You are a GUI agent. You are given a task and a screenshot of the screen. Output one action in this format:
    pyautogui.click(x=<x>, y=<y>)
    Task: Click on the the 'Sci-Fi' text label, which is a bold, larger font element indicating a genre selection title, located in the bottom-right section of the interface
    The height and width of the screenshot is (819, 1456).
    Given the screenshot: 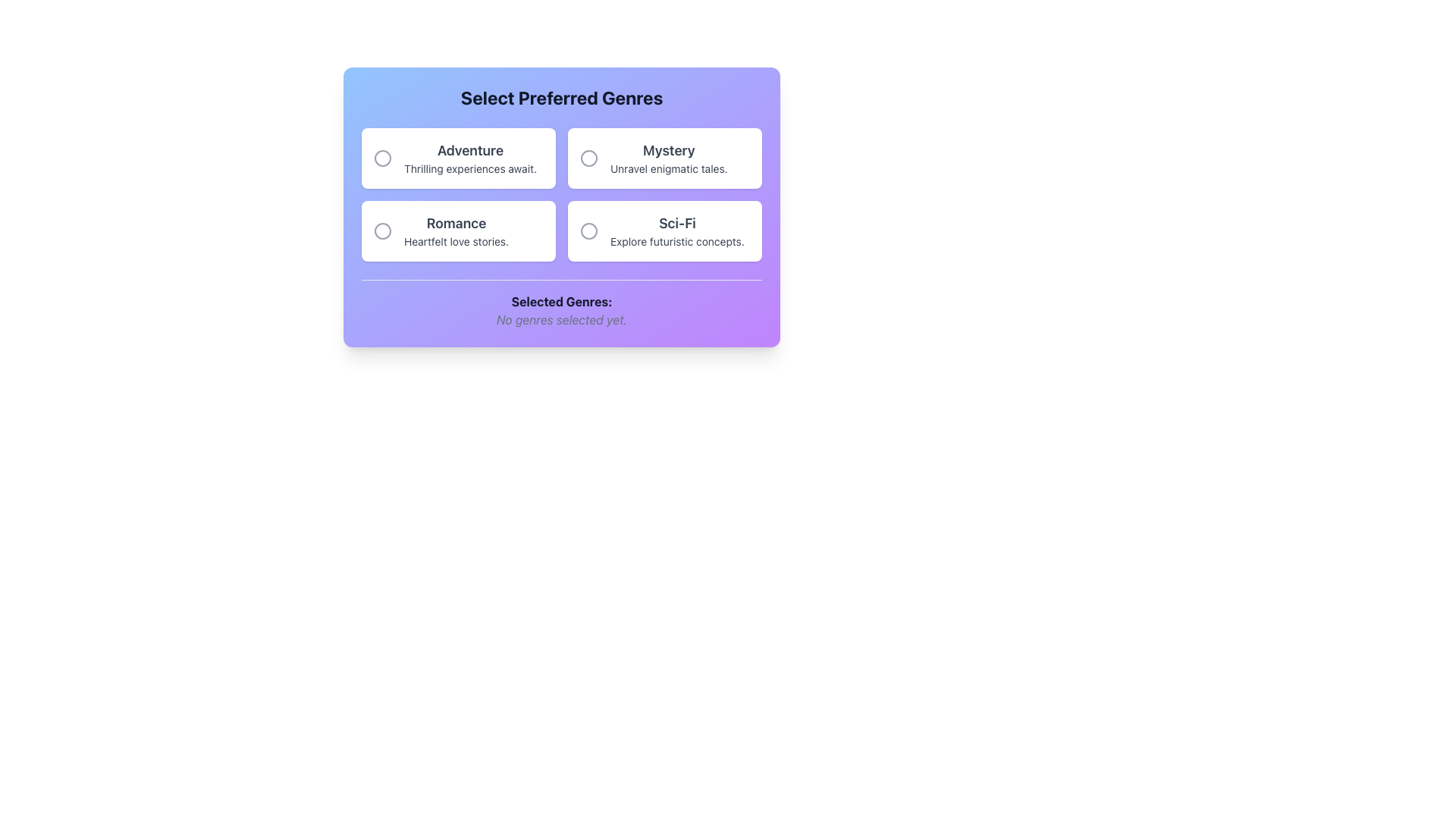 What is the action you would take?
    pyautogui.click(x=676, y=223)
    